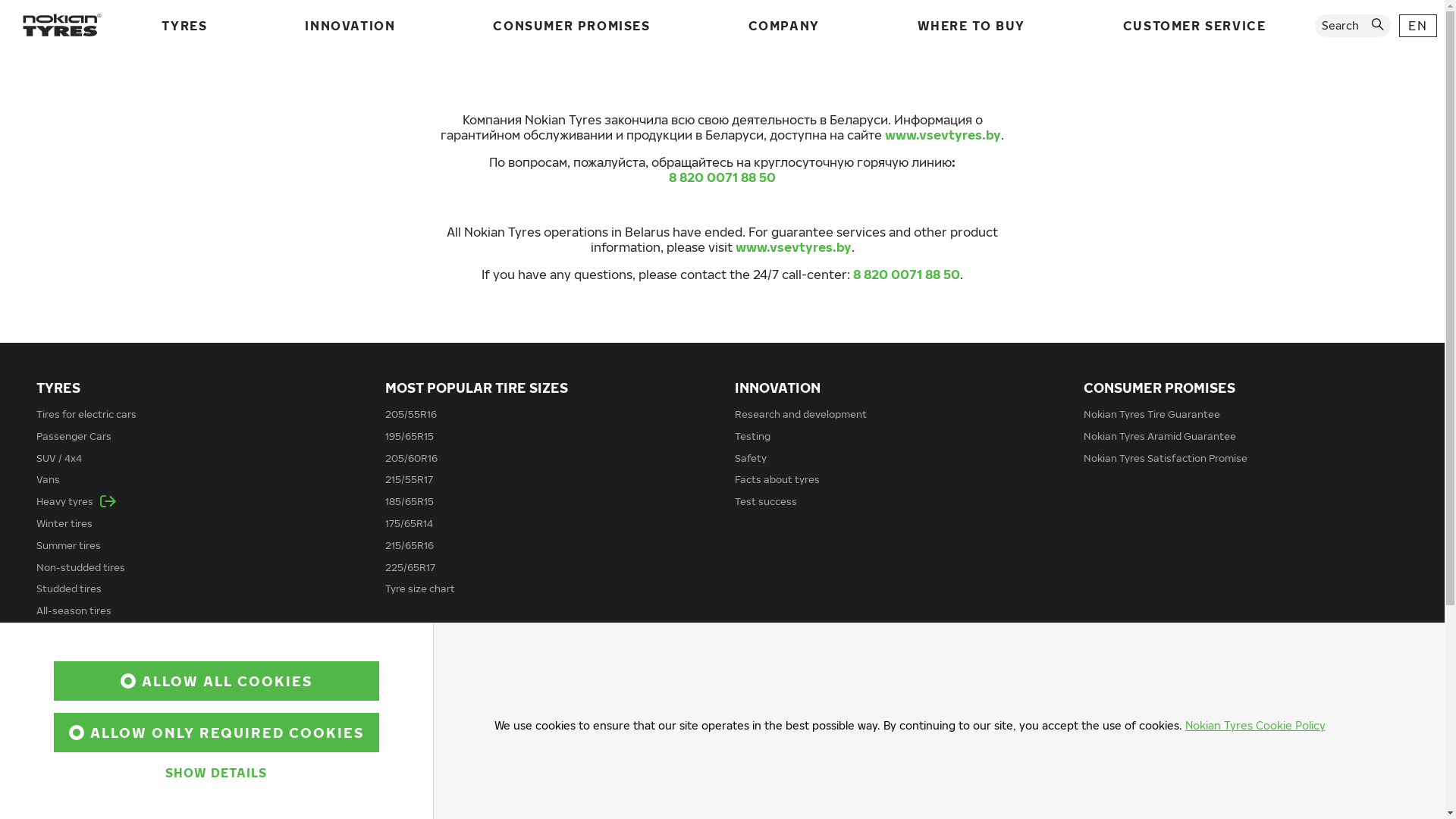  Describe the element at coordinates (86, 414) in the screenshot. I see `'Tires for electric cars'` at that location.